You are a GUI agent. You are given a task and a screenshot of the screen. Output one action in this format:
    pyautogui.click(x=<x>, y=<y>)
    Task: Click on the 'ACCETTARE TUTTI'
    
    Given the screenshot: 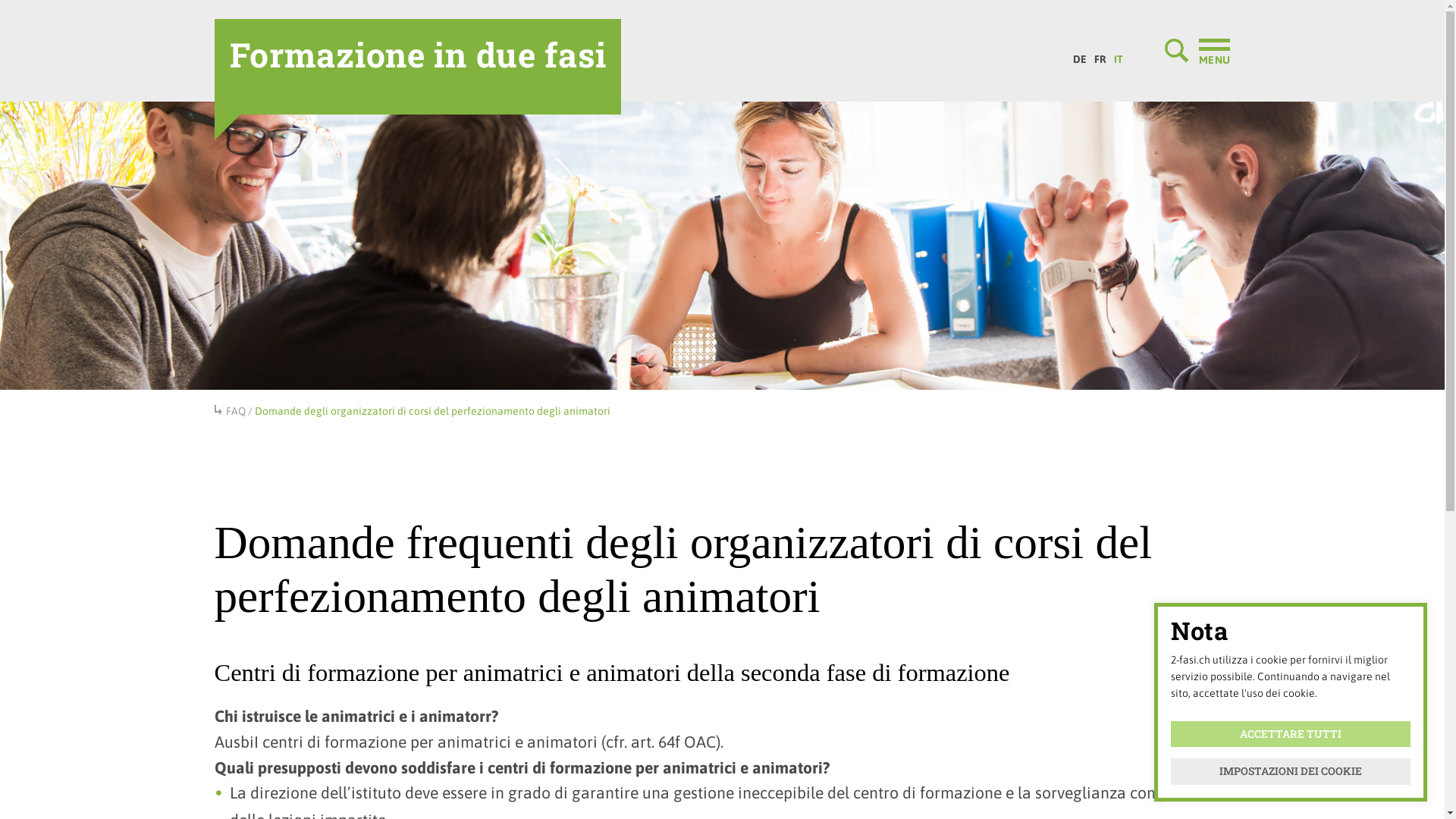 What is the action you would take?
    pyautogui.click(x=1290, y=733)
    